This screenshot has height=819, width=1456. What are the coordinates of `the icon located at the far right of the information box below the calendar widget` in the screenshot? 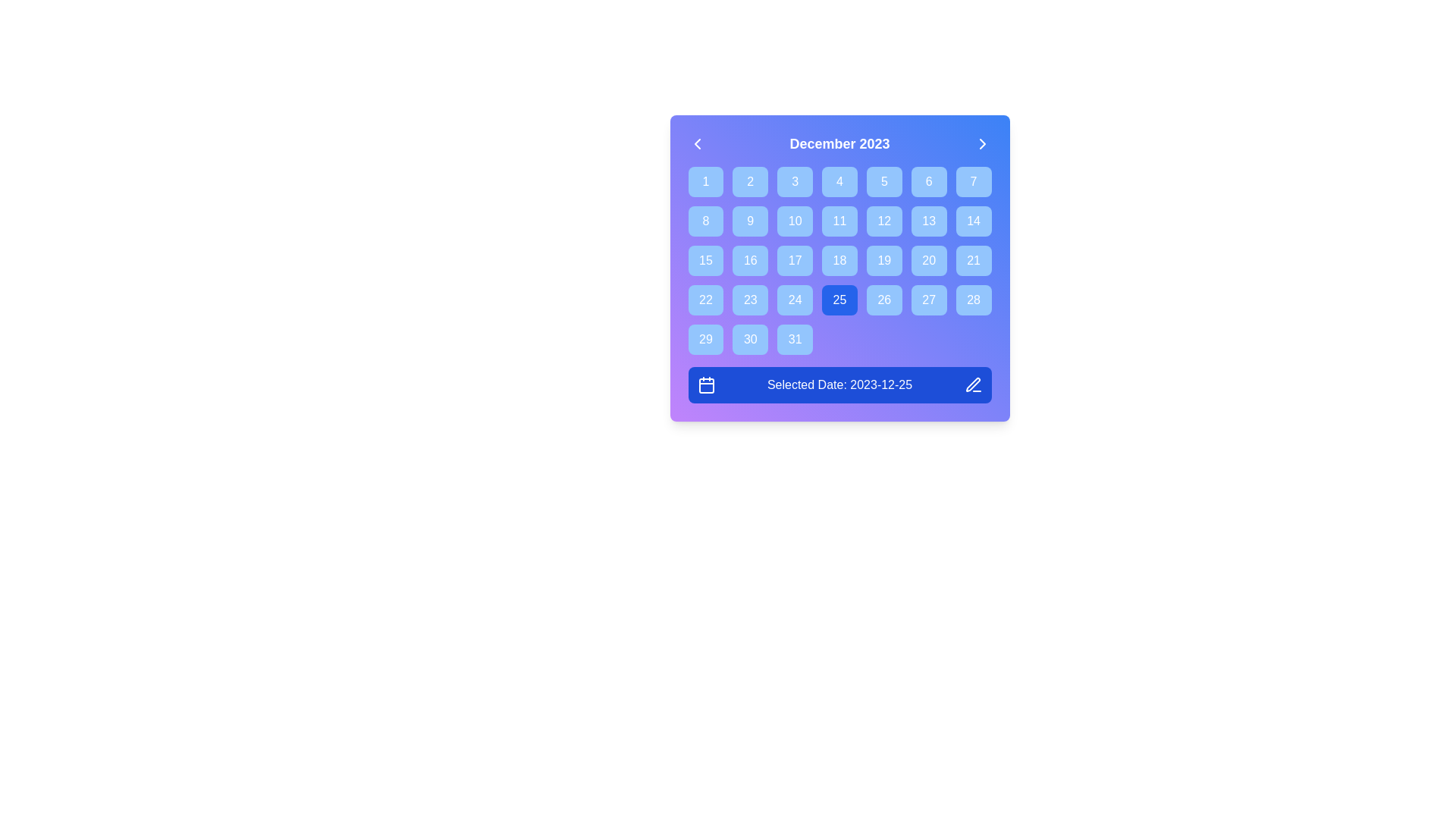 It's located at (973, 384).